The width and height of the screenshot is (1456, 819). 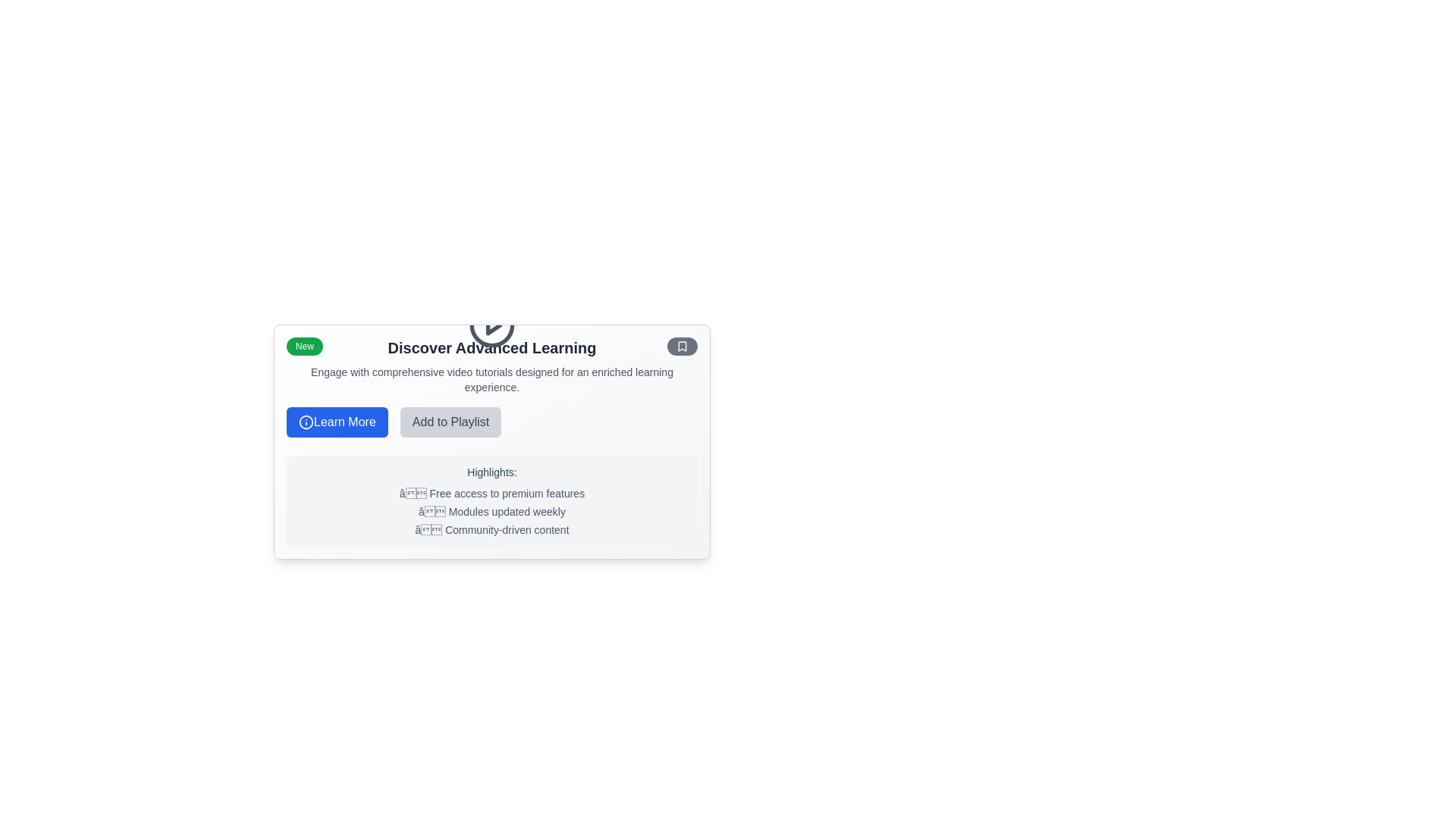 What do you see at coordinates (491, 512) in the screenshot?
I see `the text element that reads '✓ Modules updated weekly' with a checkmark symbol, which is located in the highlights section as the second item` at bounding box center [491, 512].